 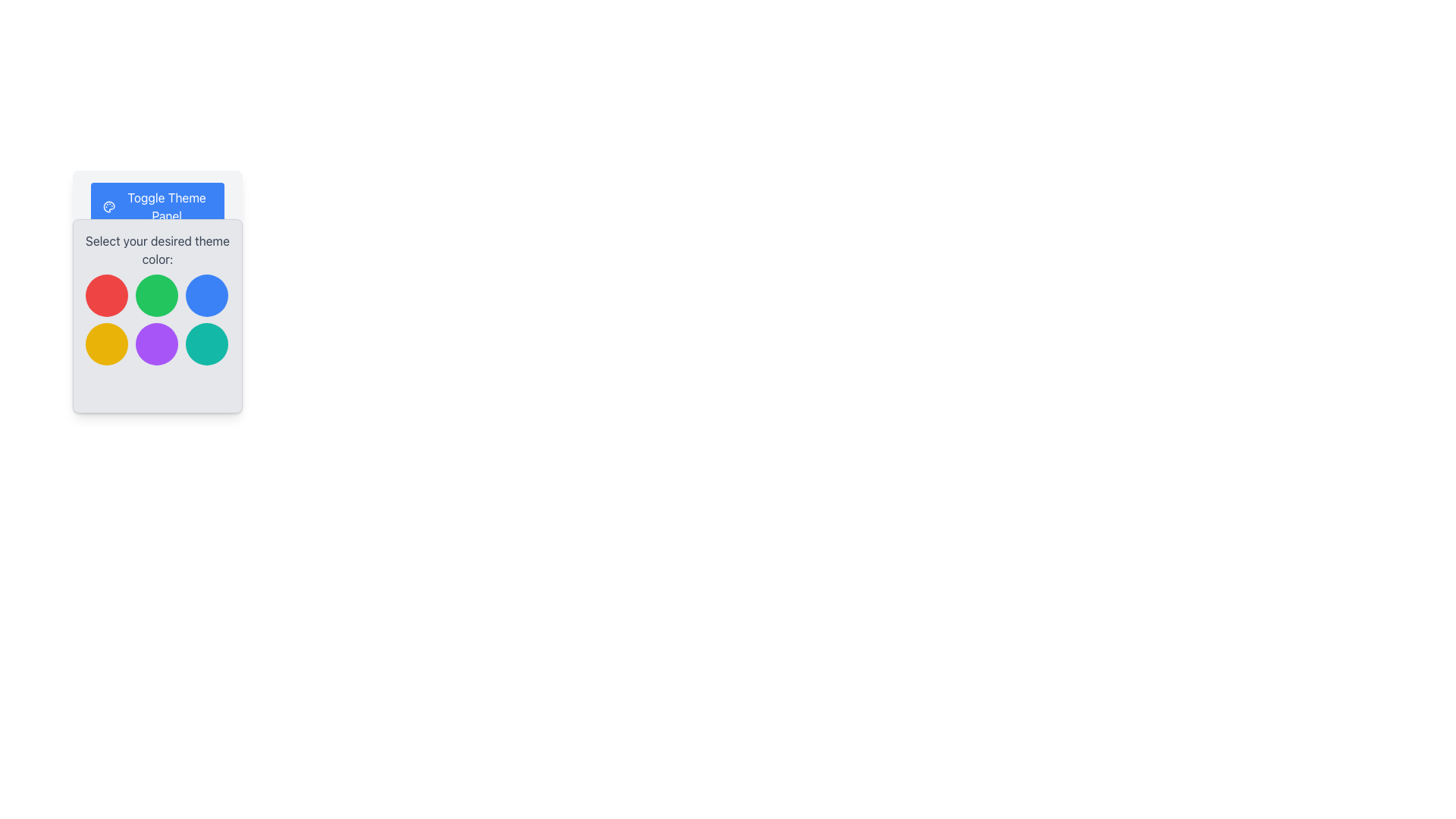 I want to click on the circular button with a purple background located in the second row and second column of the grid layout, so click(x=156, y=344).